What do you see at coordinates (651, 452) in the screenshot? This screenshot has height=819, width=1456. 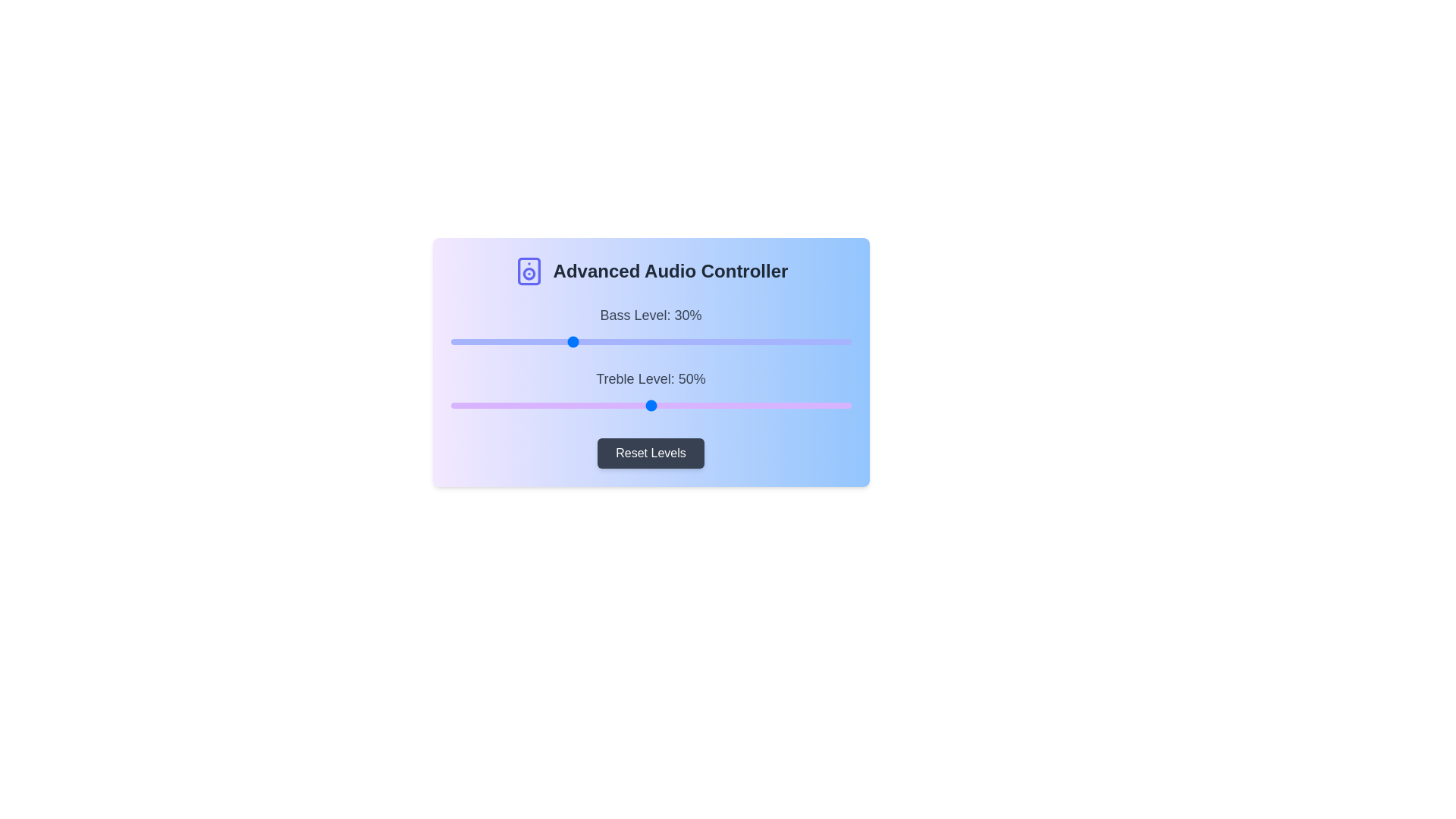 I see `the 'Reset Levels' button to reset both sliders to their default values` at bounding box center [651, 452].